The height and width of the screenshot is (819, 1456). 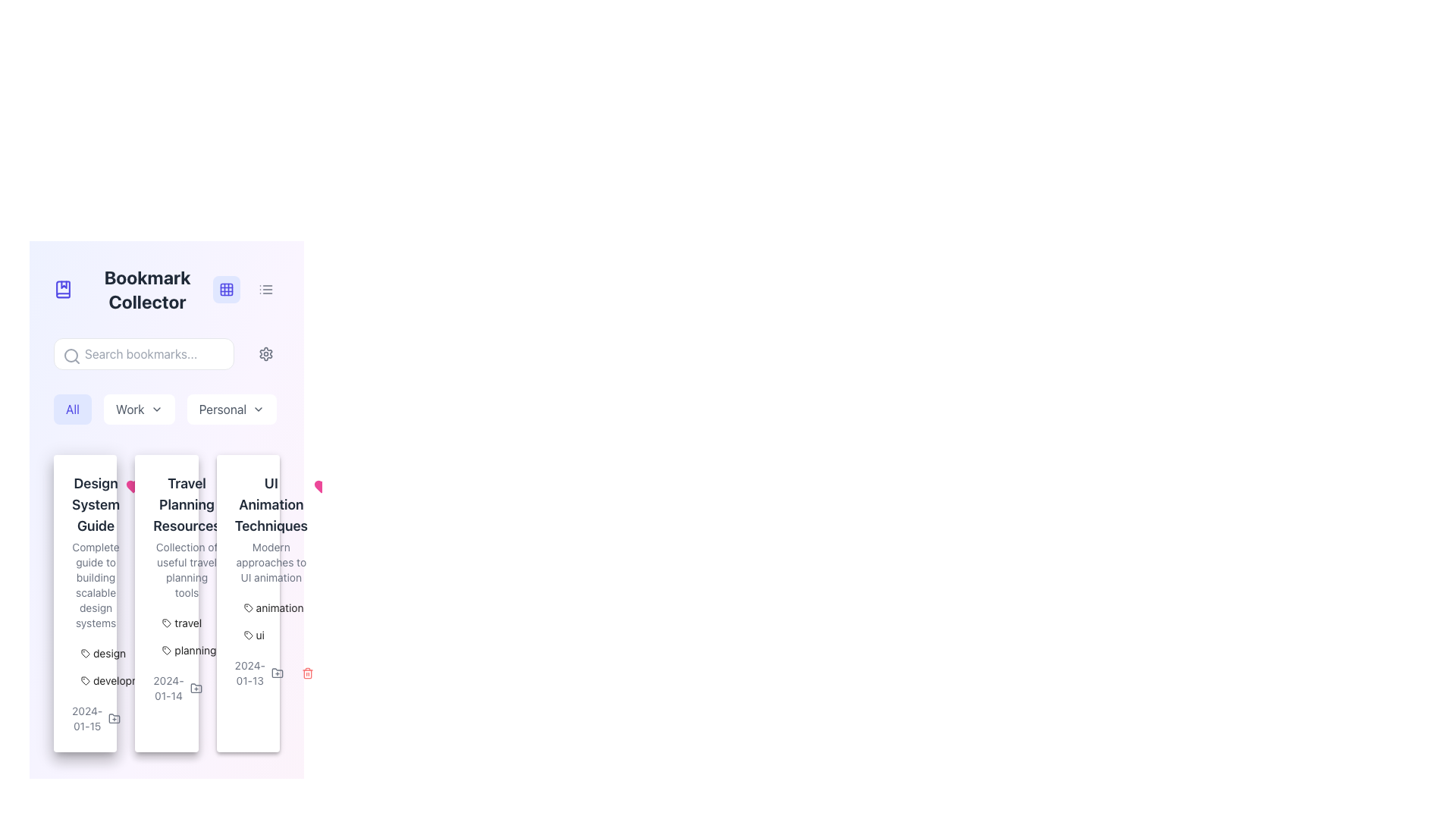 I want to click on the card containing the date label, which is centrally aligned below the tags 'animation' and 'ui' at the bottom of the third card, so click(x=248, y=672).